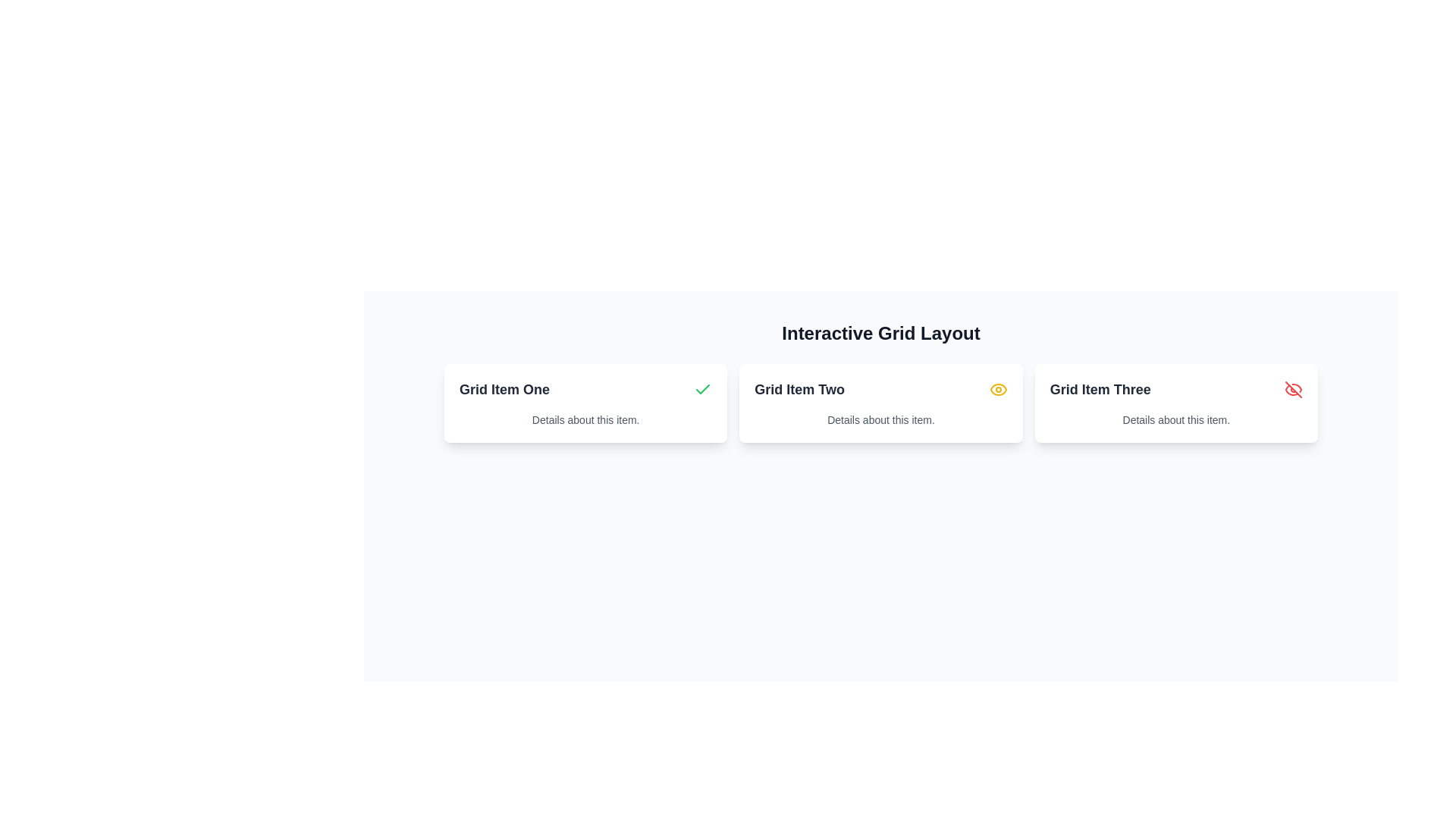 The image size is (1456, 819). I want to click on the static text label displaying 'Details about this item.' which is located at the bottom area of the 'Grid Item Two' card, so click(880, 420).